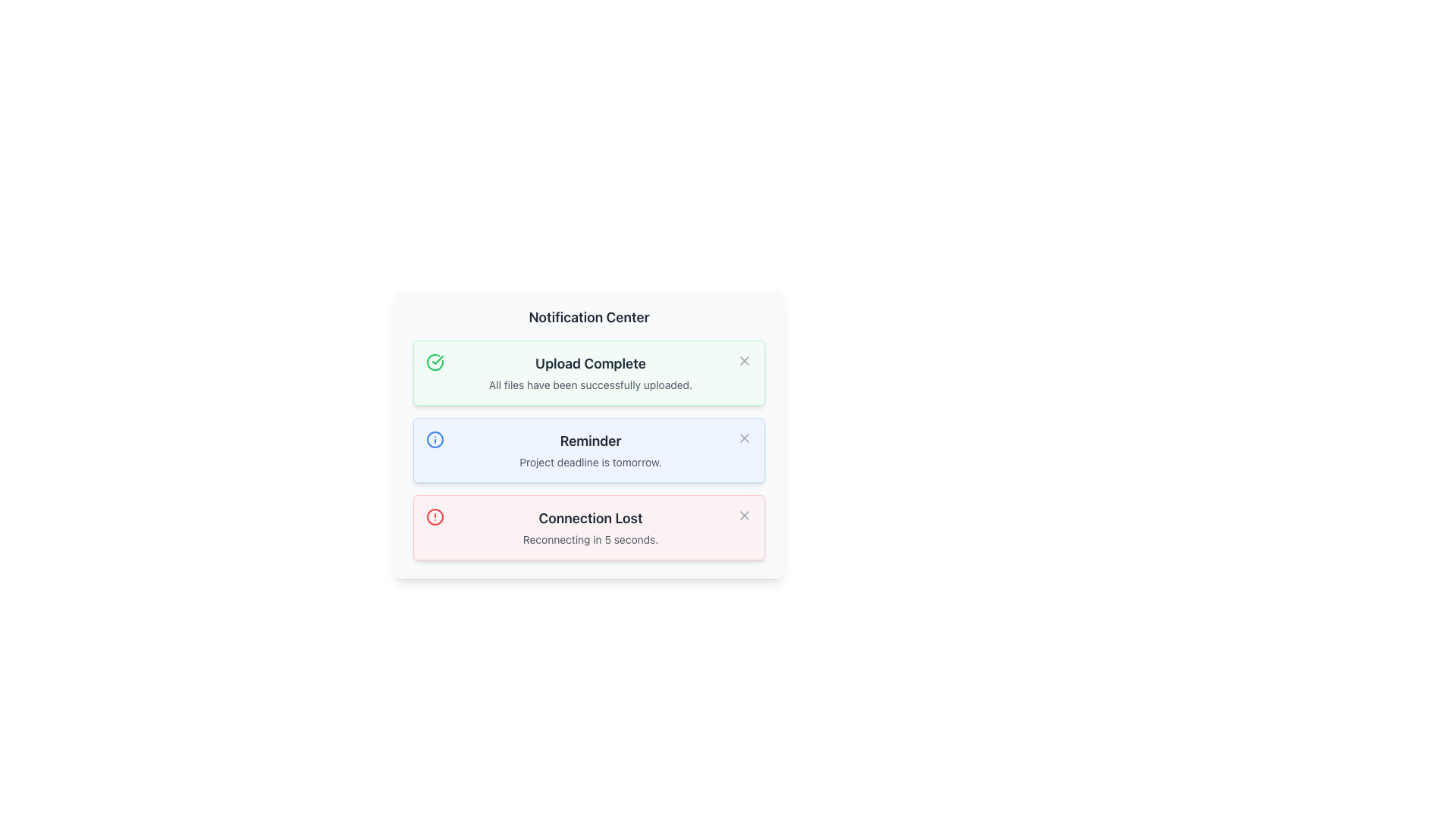 This screenshot has width=1456, height=819. What do you see at coordinates (739, 360) in the screenshot?
I see `the close icon represented by an 'X' symbol in gray color located at the top-right corner of the 'Upload Complete' notification in the Notification Center to change its color` at bounding box center [739, 360].